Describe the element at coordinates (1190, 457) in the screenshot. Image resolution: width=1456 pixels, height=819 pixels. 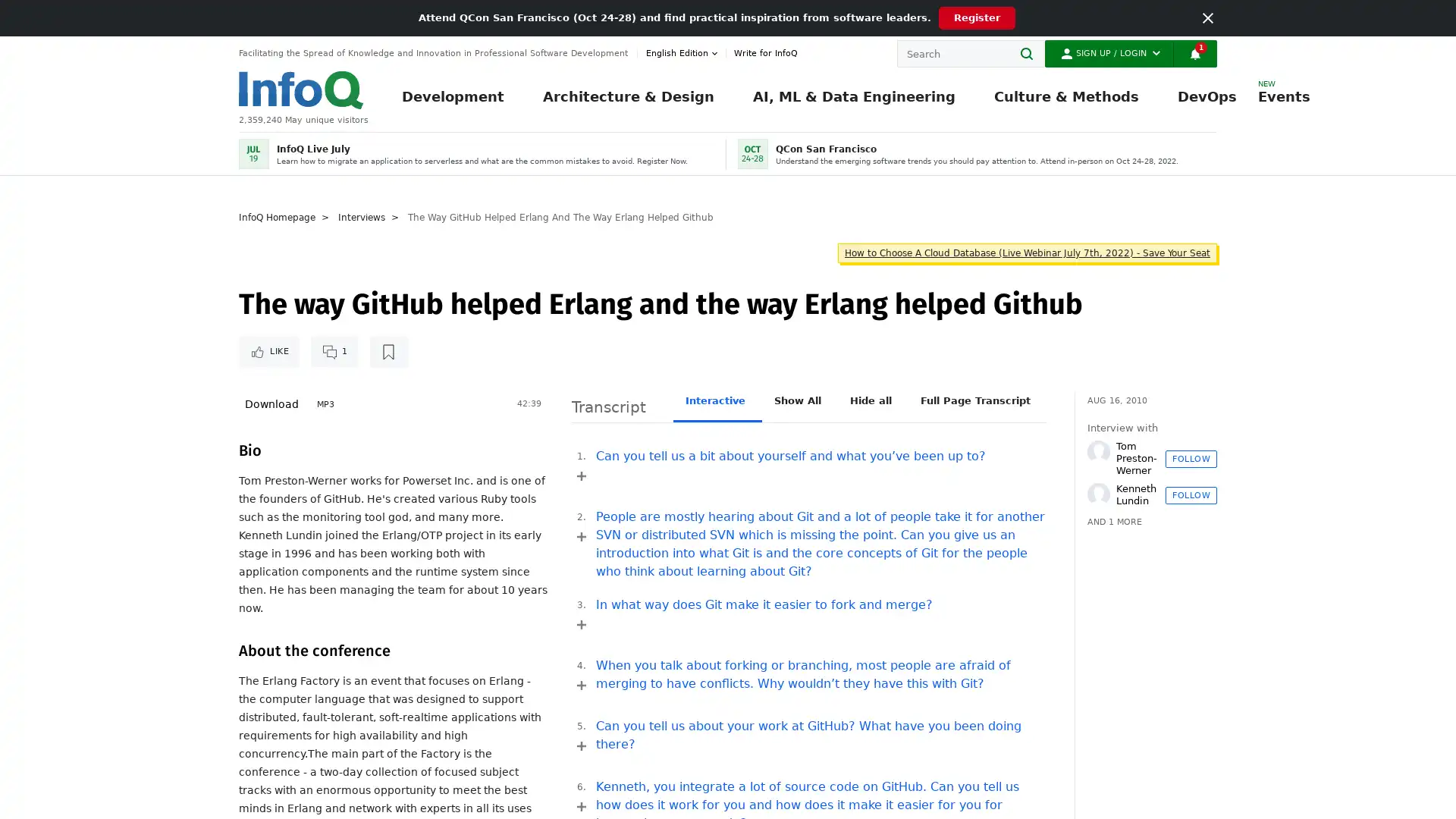
I see `Follow` at that location.